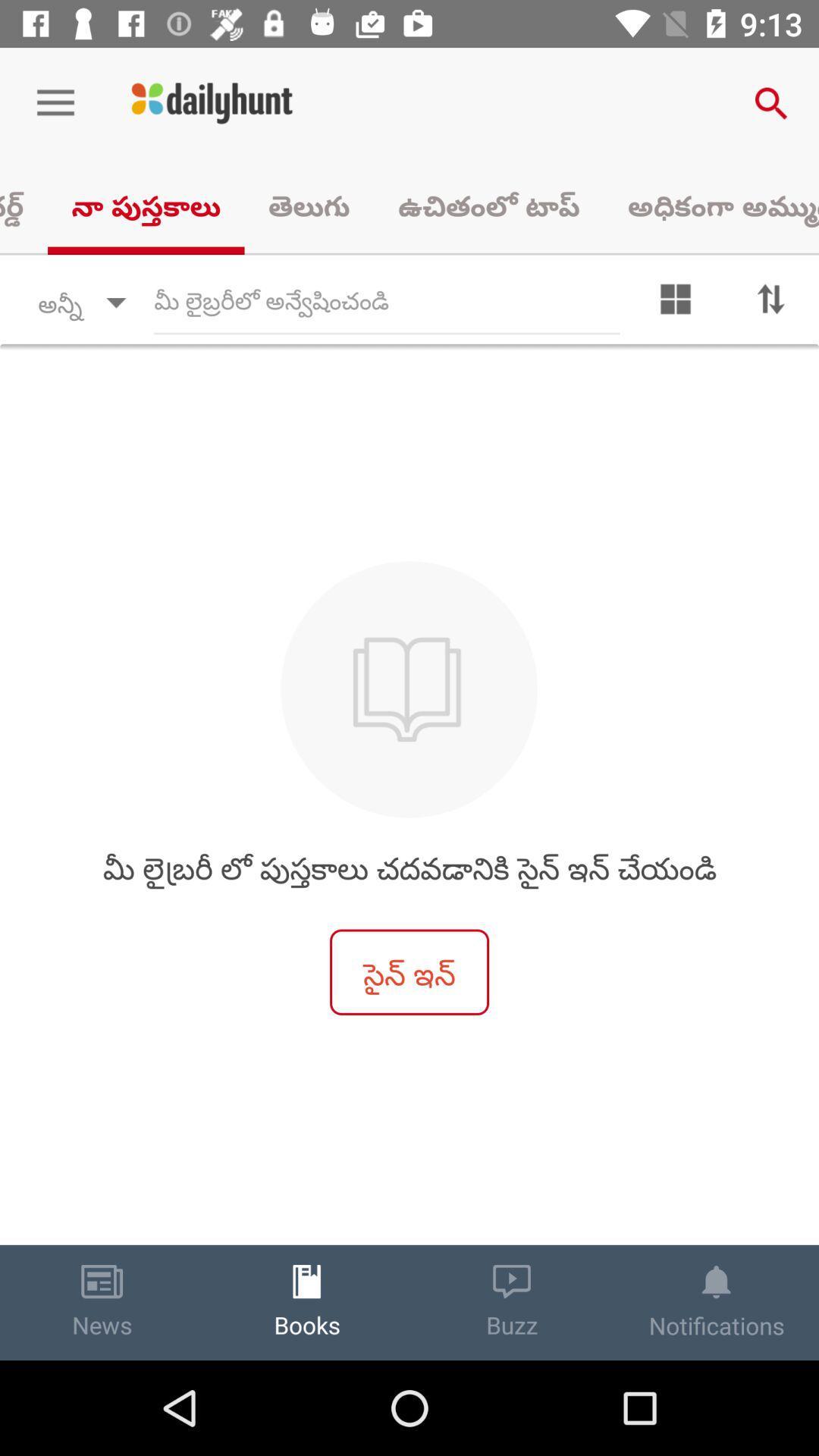  I want to click on type the text, so click(386, 303).